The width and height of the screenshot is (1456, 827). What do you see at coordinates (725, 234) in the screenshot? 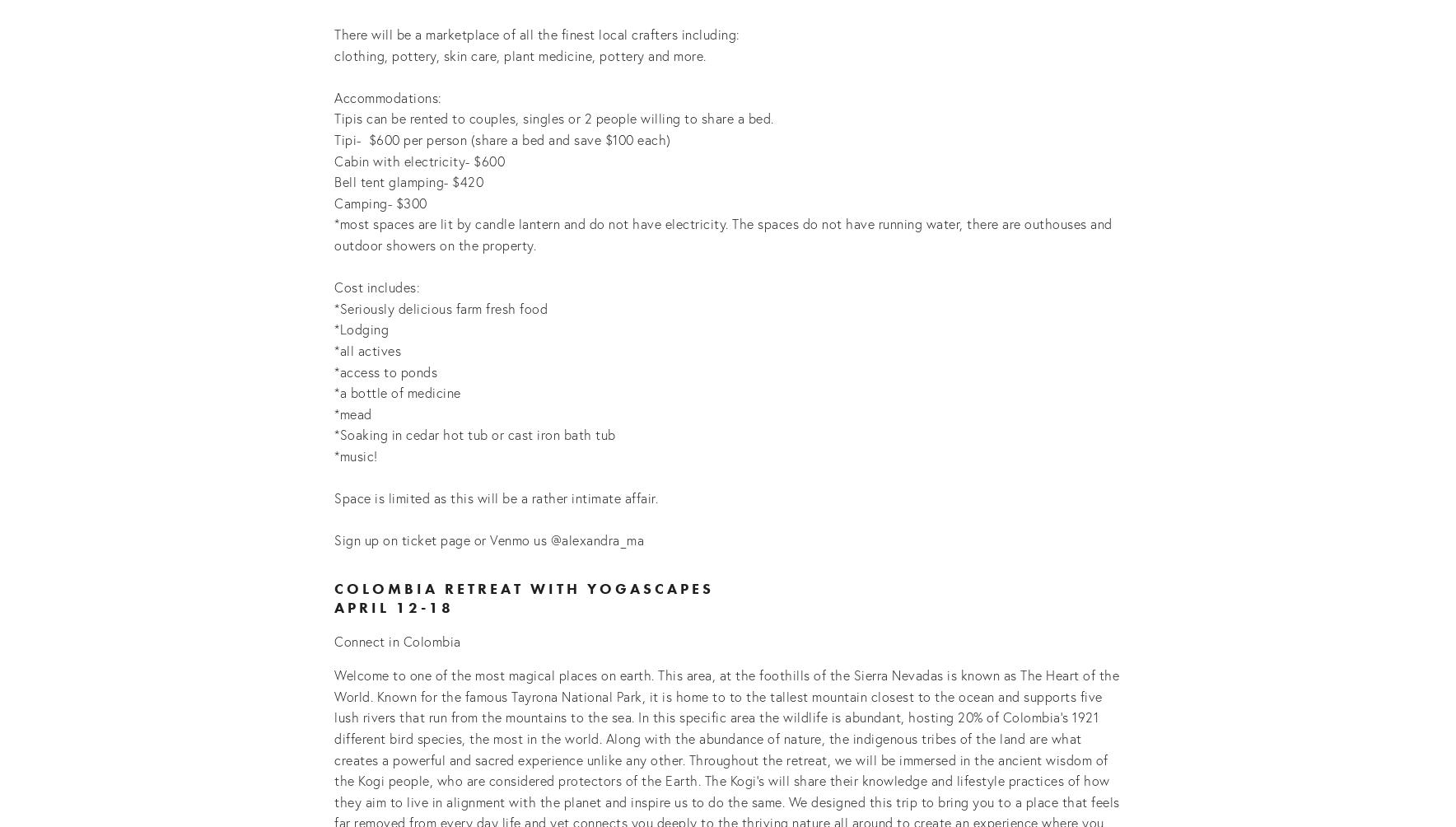
I see `'*most spaces are lit by candle lantern and do not have electricity. The spaces do not have running water, there are outhouses and outdoor showers on the property.'` at bounding box center [725, 234].